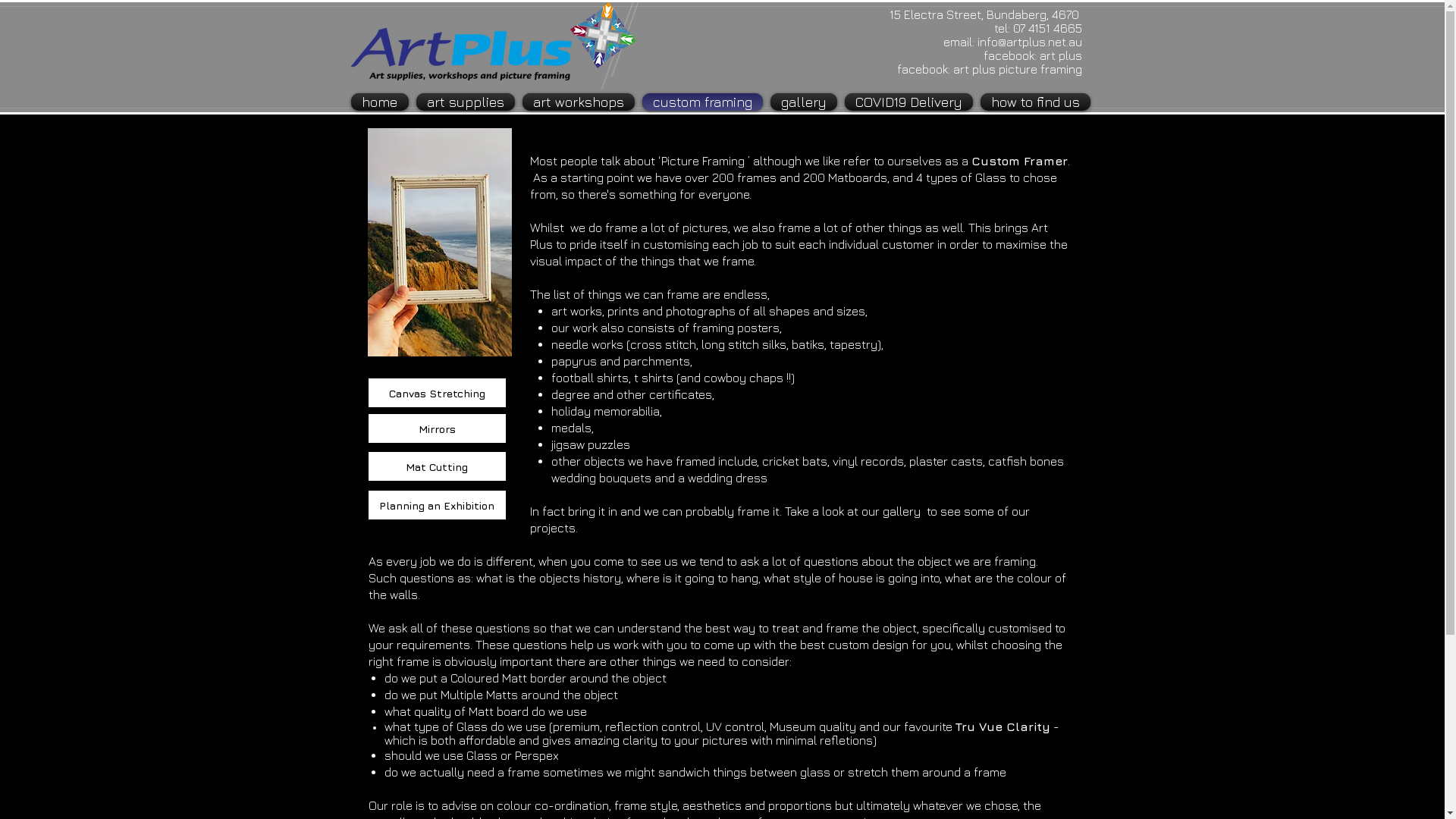 The image size is (1456, 819). What do you see at coordinates (349, 102) in the screenshot?
I see `'home'` at bounding box center [349, 102].